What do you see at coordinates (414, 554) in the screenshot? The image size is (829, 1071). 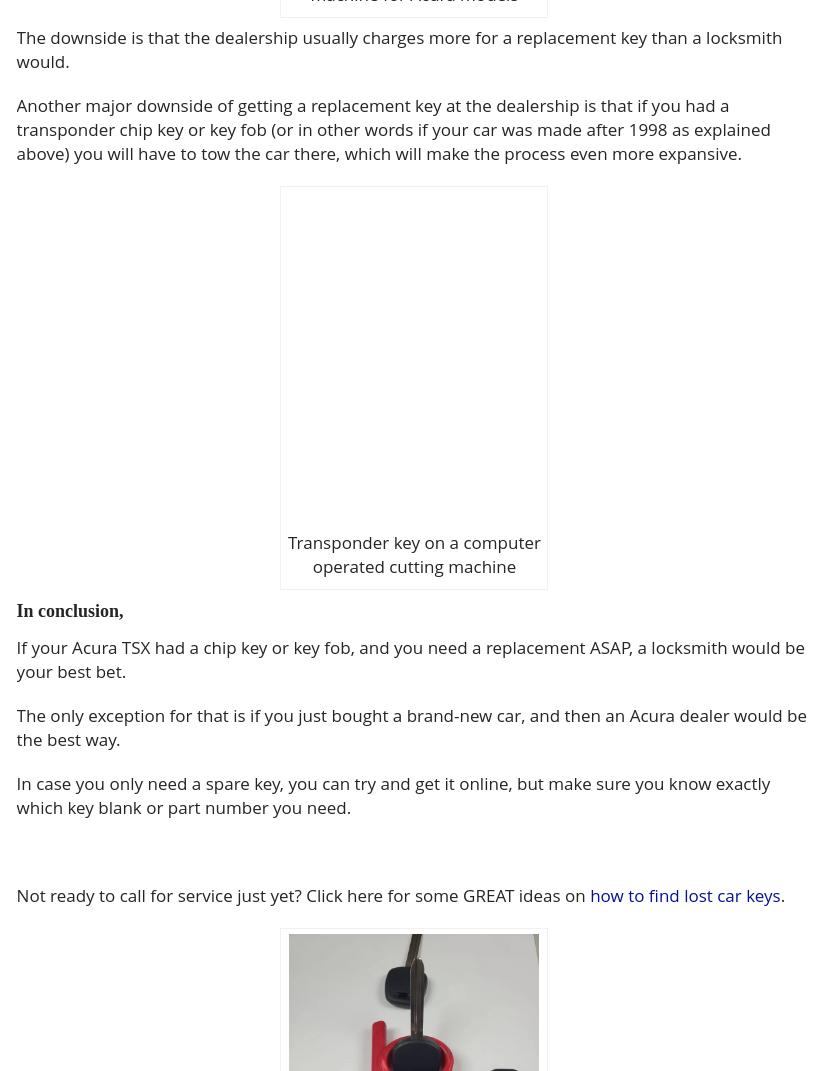 I see `'Transponder key on a computer operated cutting machine'` at bounding box center [414, 554].